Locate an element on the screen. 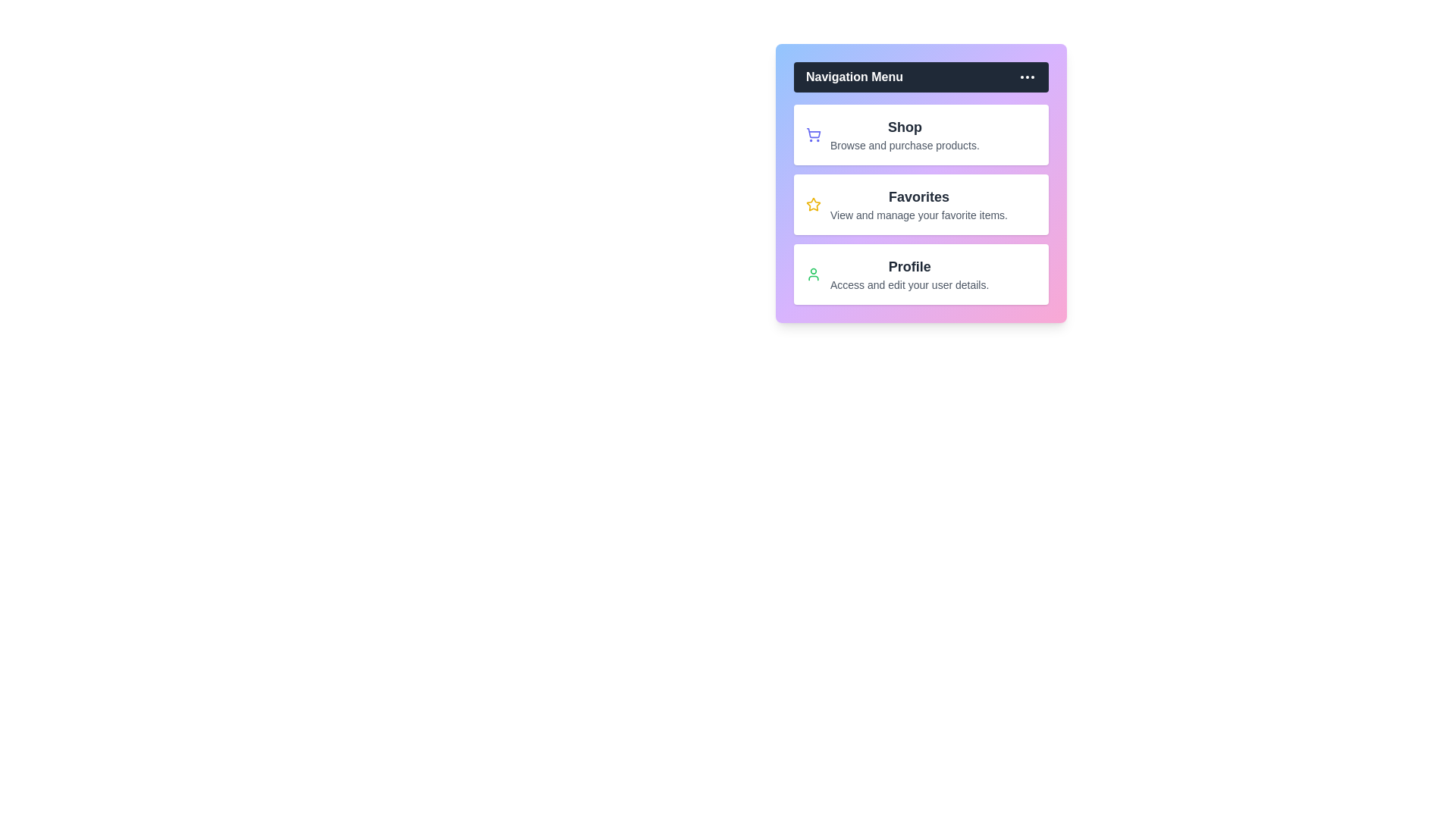  button labeled 'Navigation Menu' to toggle the visibility of the menu is located at coordinates (920, 77).